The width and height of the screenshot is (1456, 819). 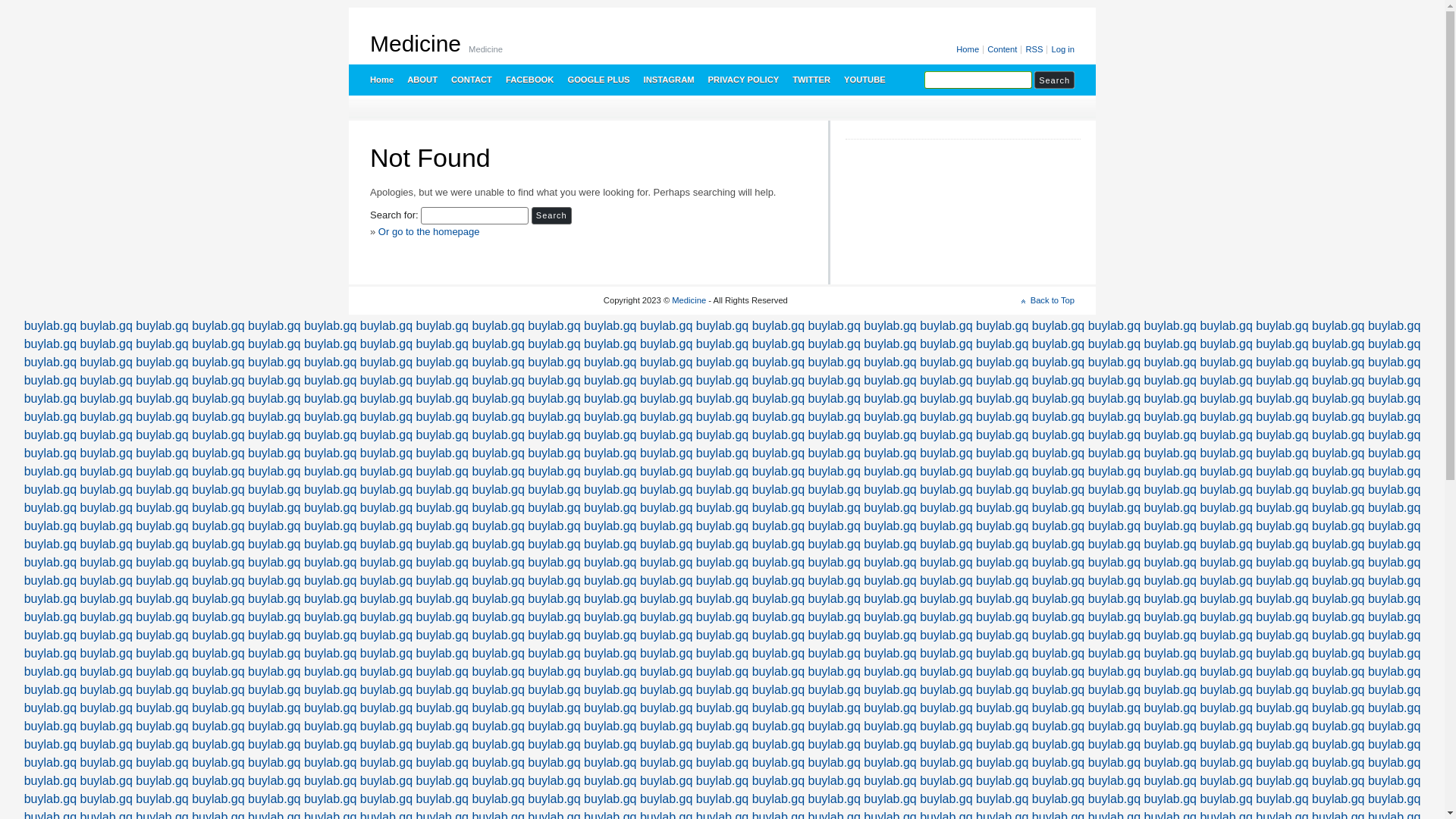 What do you see at coordinates (498, 79) in the screenshot?
I see `'FACEBOOK'` at bounding box center [498, 79].